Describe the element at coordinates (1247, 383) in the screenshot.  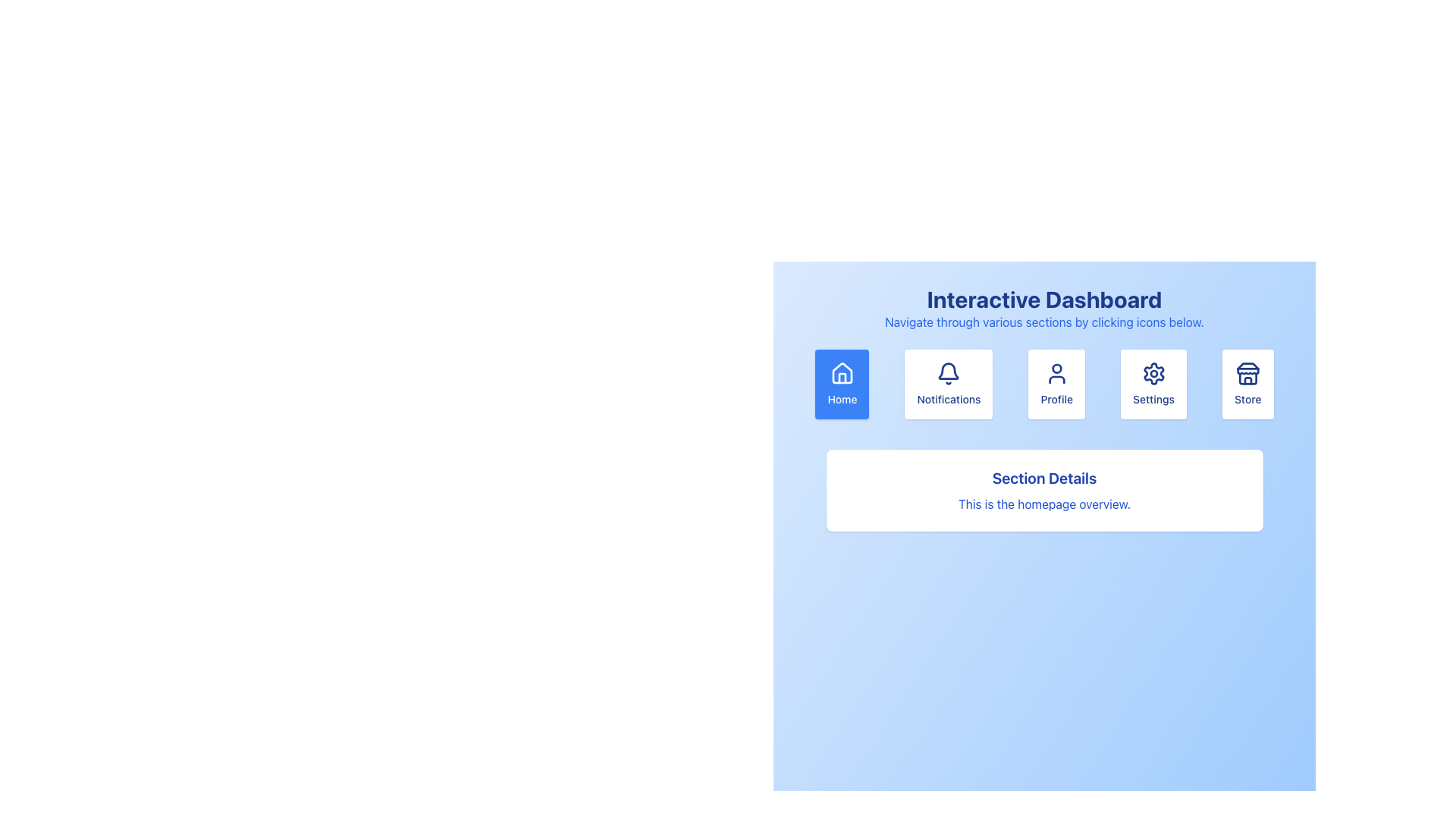
I see `the navigation button located at the rightmost position of the horizontal cluster of five card-like elements under the 'Interactive Dashboard' title` at that location.